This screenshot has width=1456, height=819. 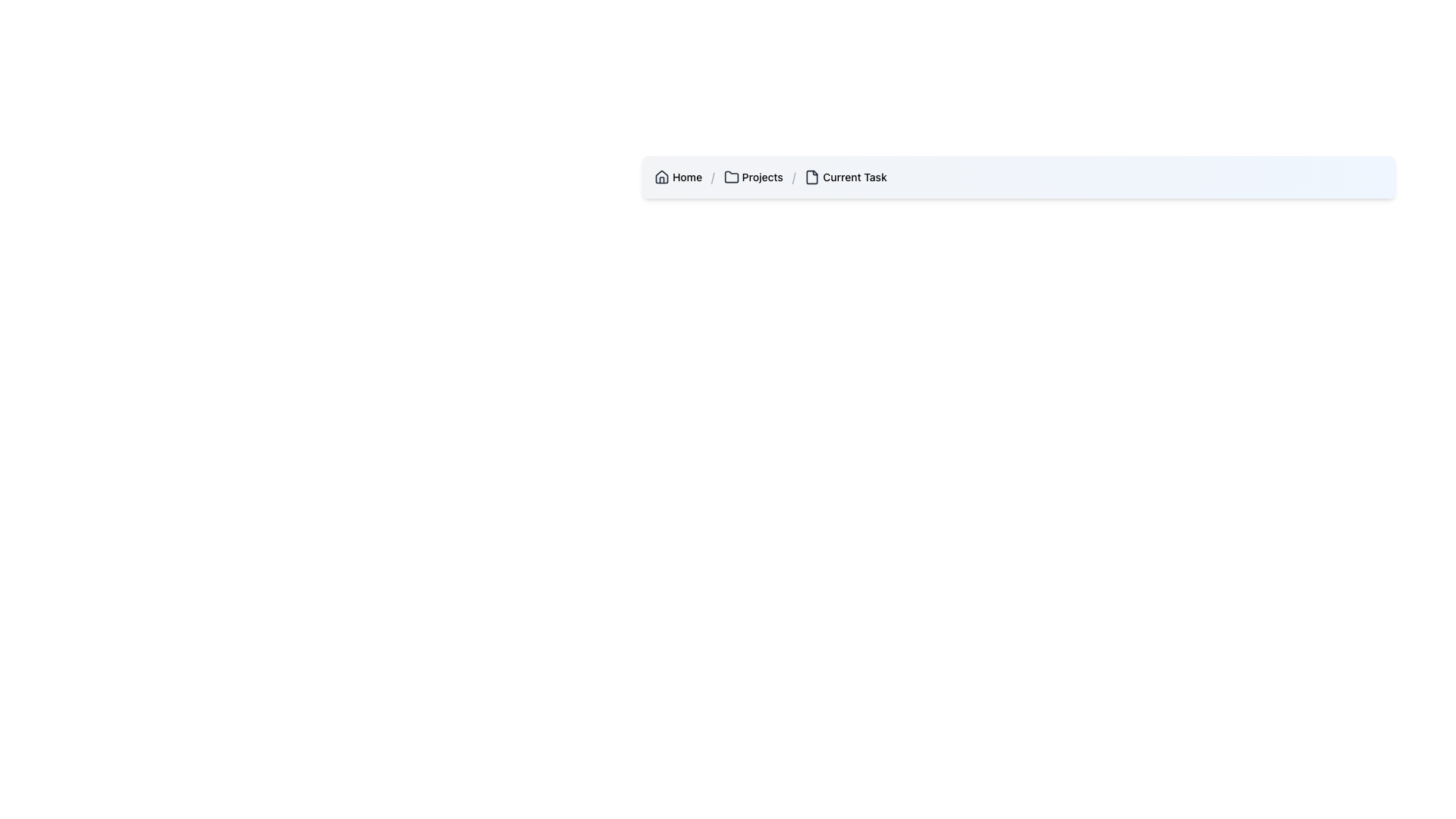 What do you see at coordinates (793, 177) in the screenshot?
I see `the separator text element in the breadcrumb navigation bar, which visually separates 'Projects' and 'Current Task'` at bounding box center [793, 177].